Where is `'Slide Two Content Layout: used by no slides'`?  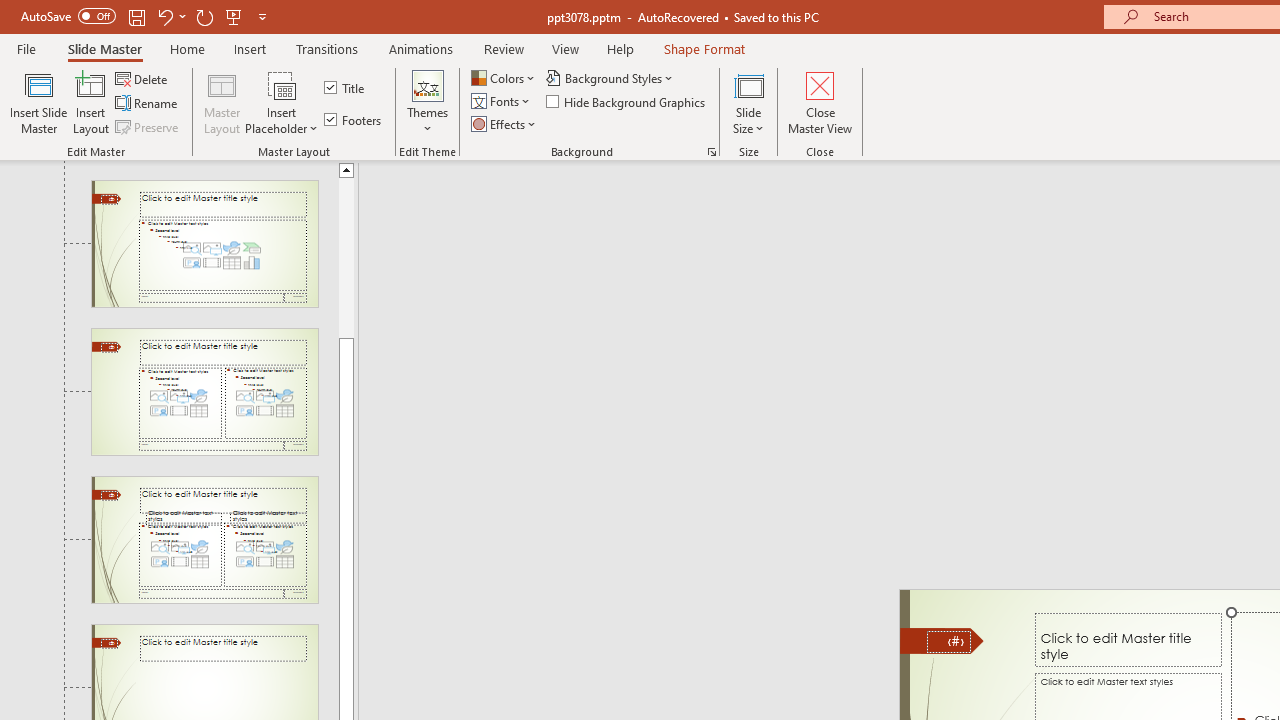
'Slide Two Content Layout: used by no slides' is located at coordinates (204, 392).